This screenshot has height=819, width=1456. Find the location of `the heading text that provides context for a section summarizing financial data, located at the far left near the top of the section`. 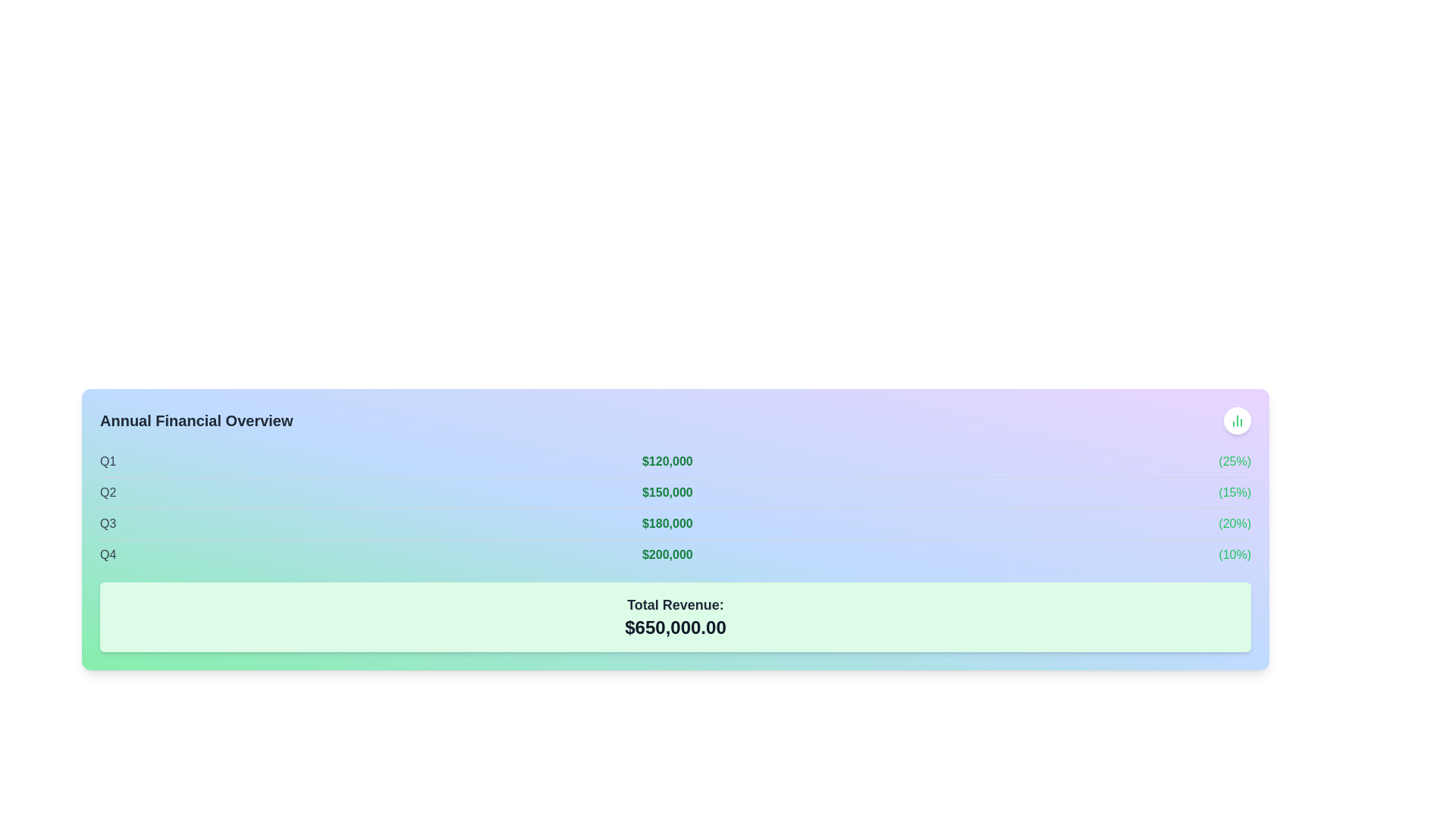

the heading text that provides context for a section summarizing financial data, located at the far left near the top of the section is located at coordinates (196, 421).